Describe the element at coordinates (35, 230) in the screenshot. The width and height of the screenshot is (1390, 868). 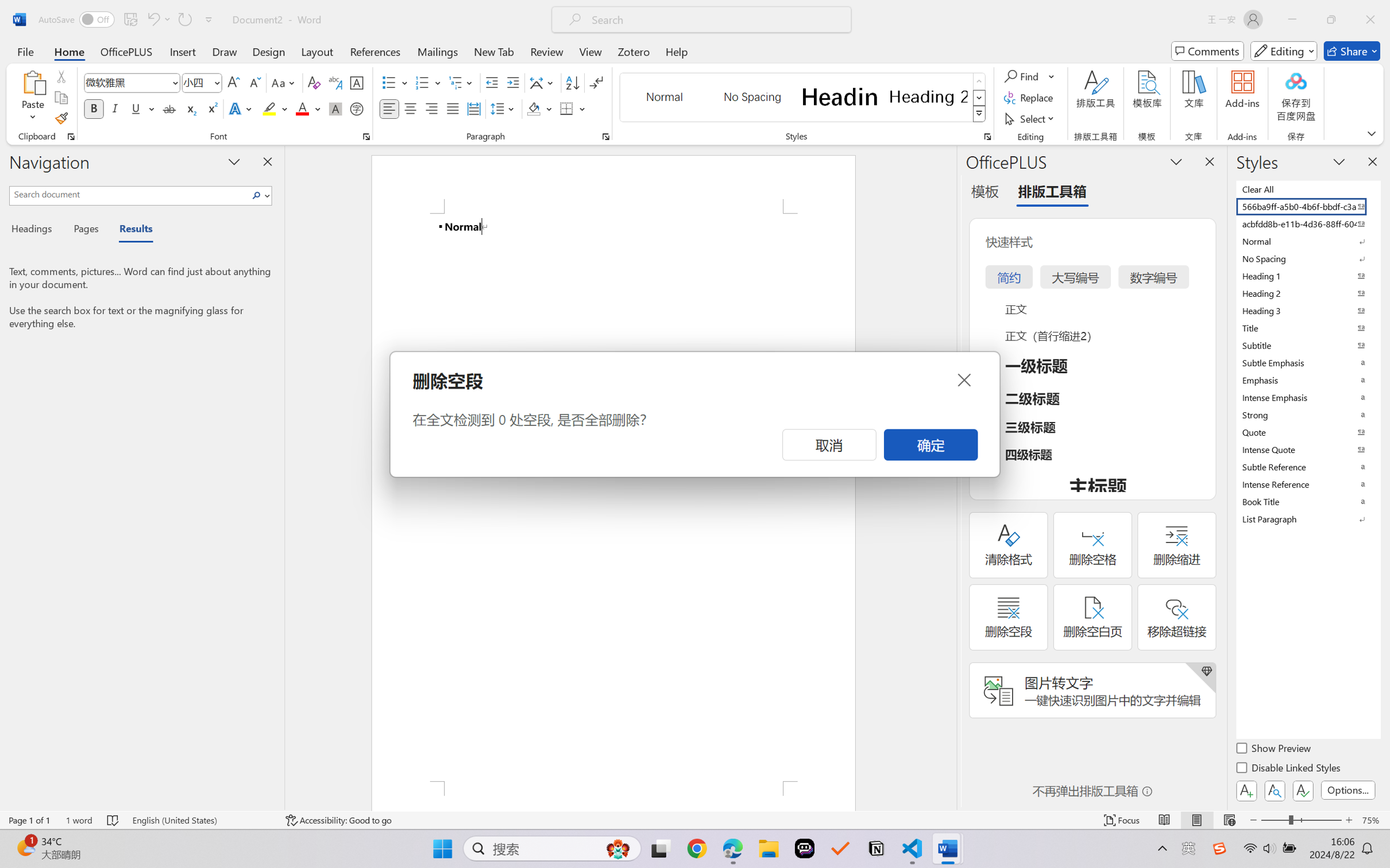
I see `'Headings'` at that location.